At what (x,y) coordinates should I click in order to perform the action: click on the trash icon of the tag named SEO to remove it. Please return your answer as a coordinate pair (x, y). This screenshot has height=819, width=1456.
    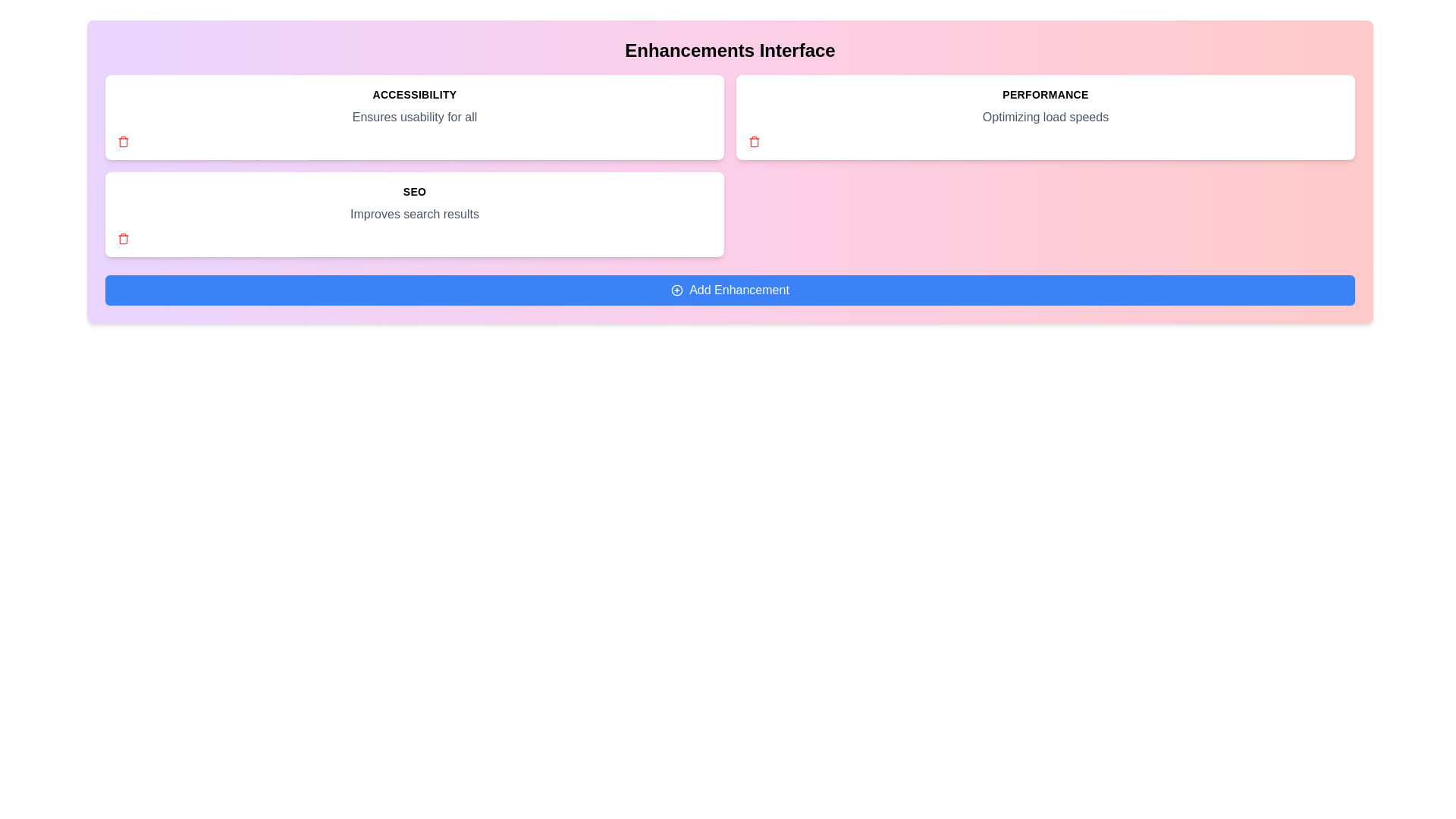
    Looking at the image, I should click on (124, 239).